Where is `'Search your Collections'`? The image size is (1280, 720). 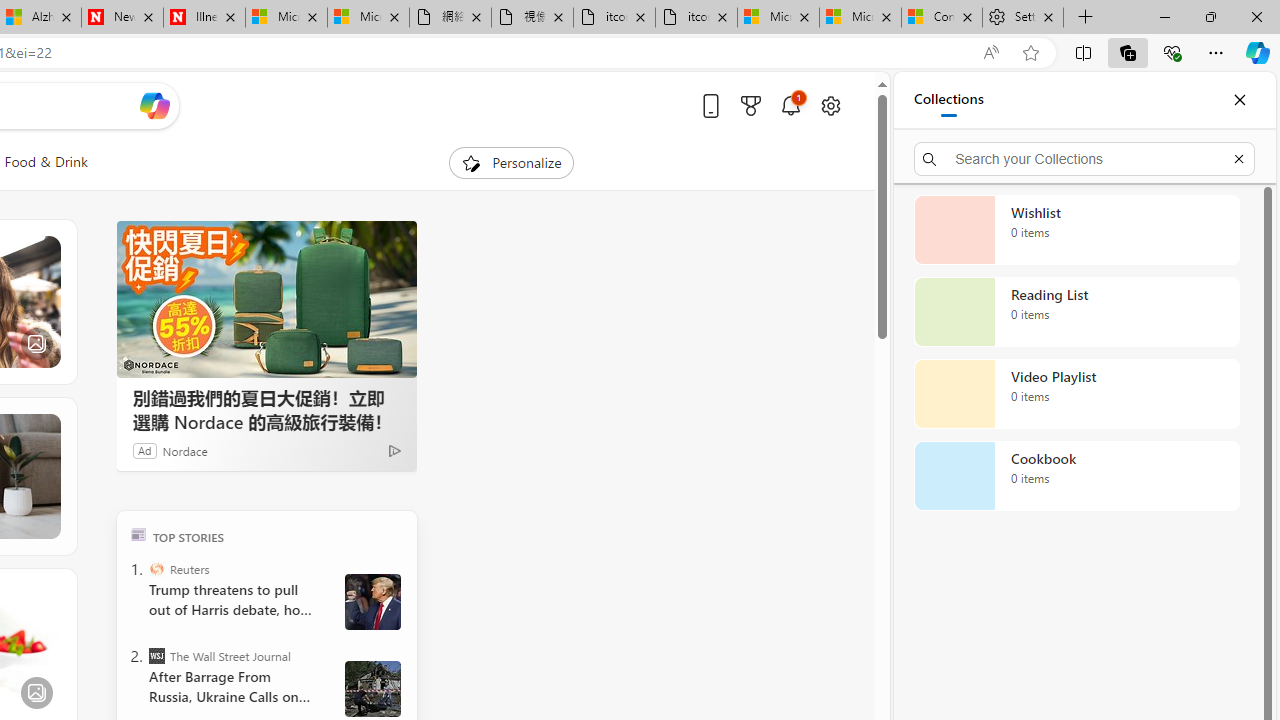
'Search your Collections' is located at coordinates (1083, 158).